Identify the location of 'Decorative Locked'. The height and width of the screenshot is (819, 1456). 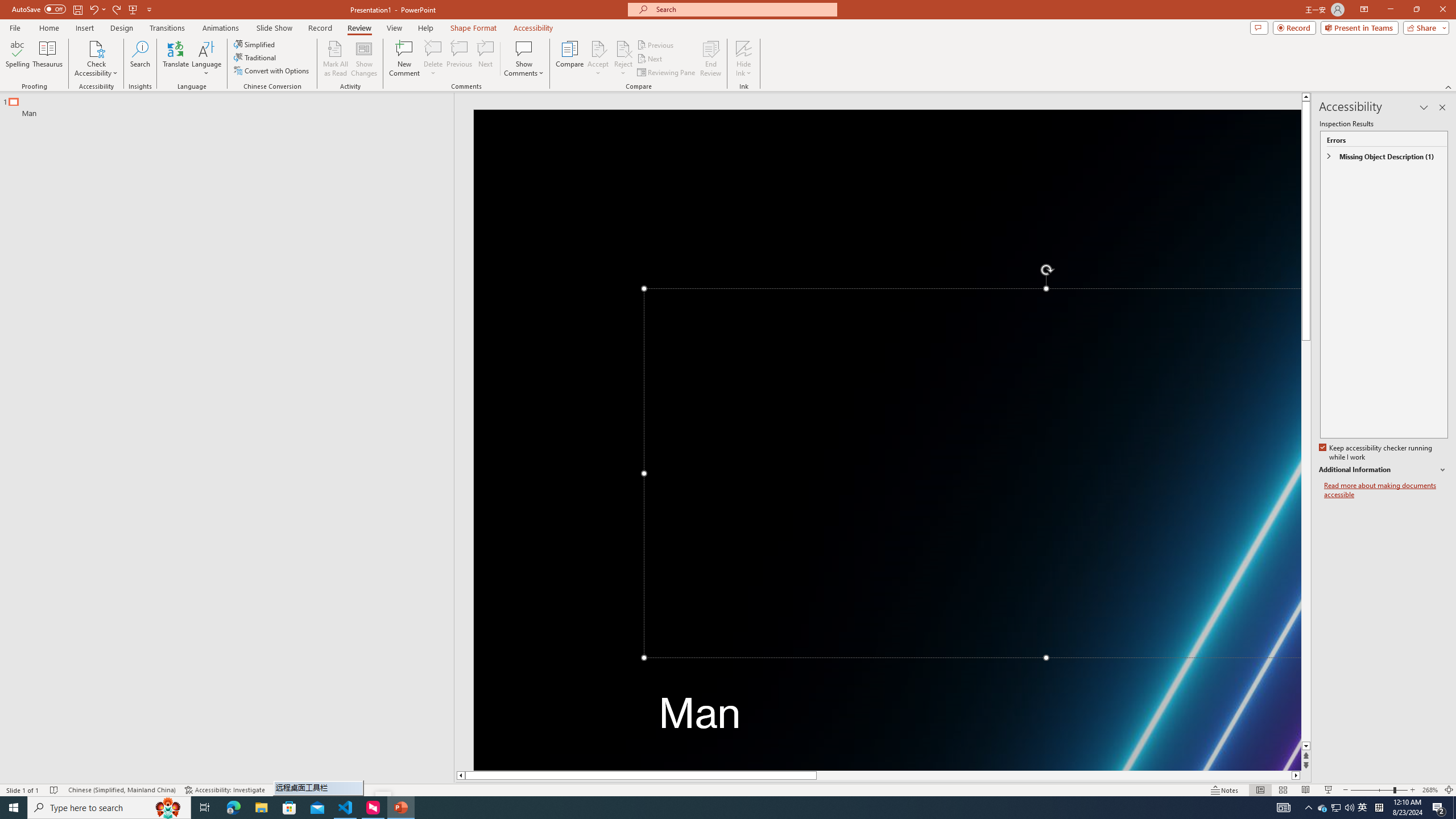
(887, 440).